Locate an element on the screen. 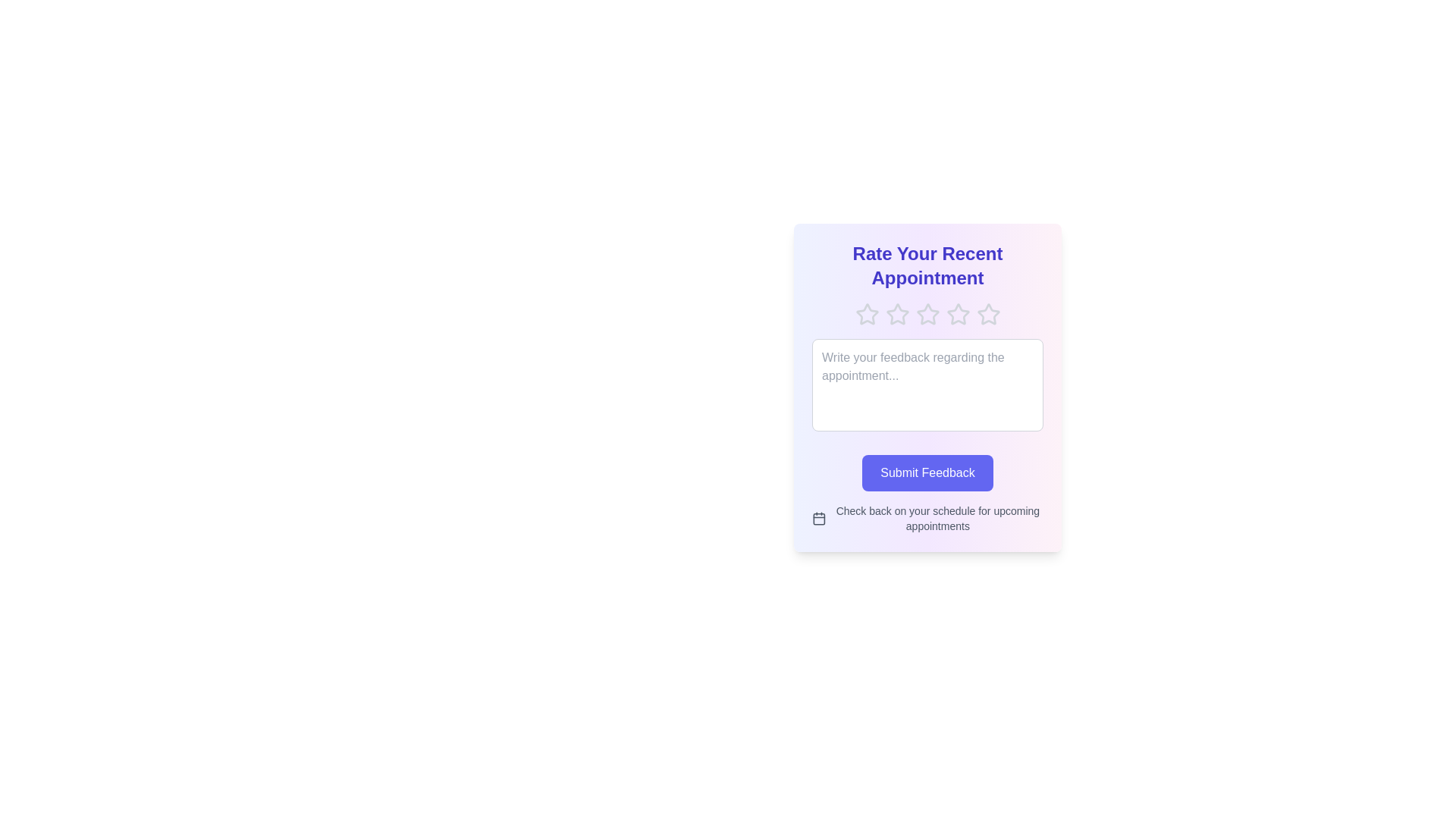  the star corresponding to 3 to preview the rating is located at coordinates (927, 314).